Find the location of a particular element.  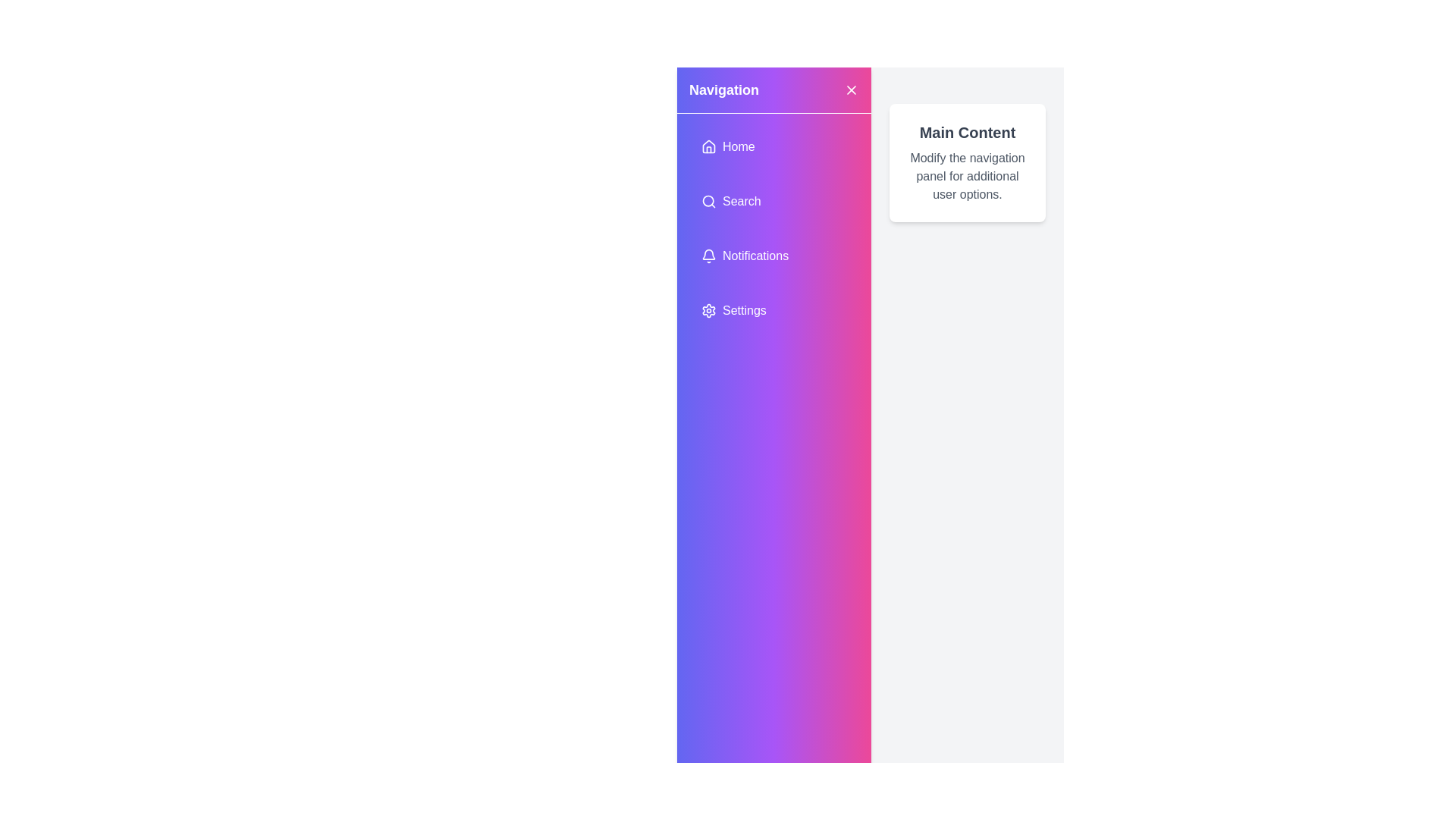

the 'Settings' text label, which is styled in white font against a gradient background of purple and pink shades, located under the 'Notifications' menu item in the navigation panel is located at coordinates (744, 309).